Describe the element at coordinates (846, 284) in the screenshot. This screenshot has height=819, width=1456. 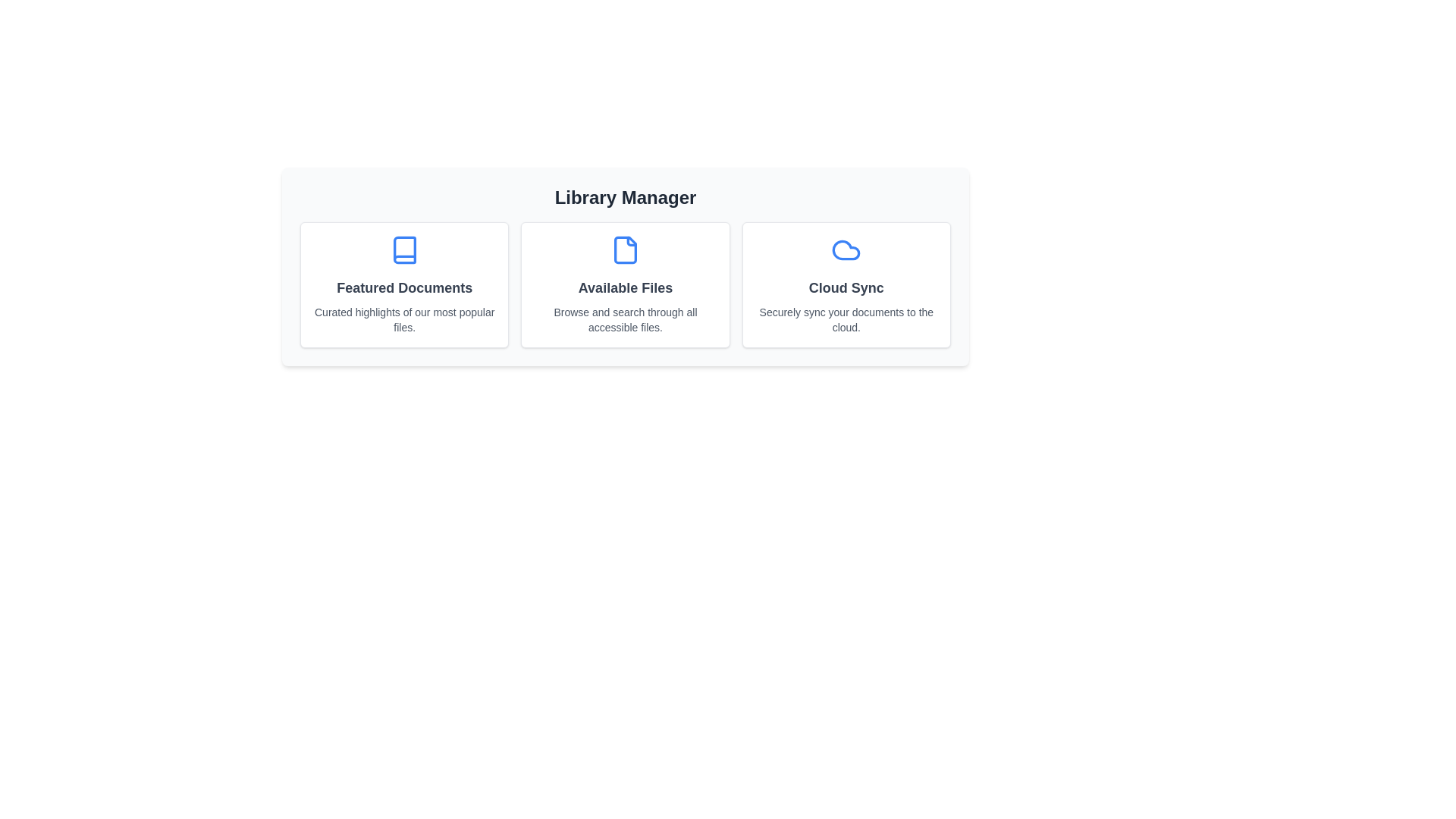
I see `the Cloud Sync section card to explore its details` at that location.